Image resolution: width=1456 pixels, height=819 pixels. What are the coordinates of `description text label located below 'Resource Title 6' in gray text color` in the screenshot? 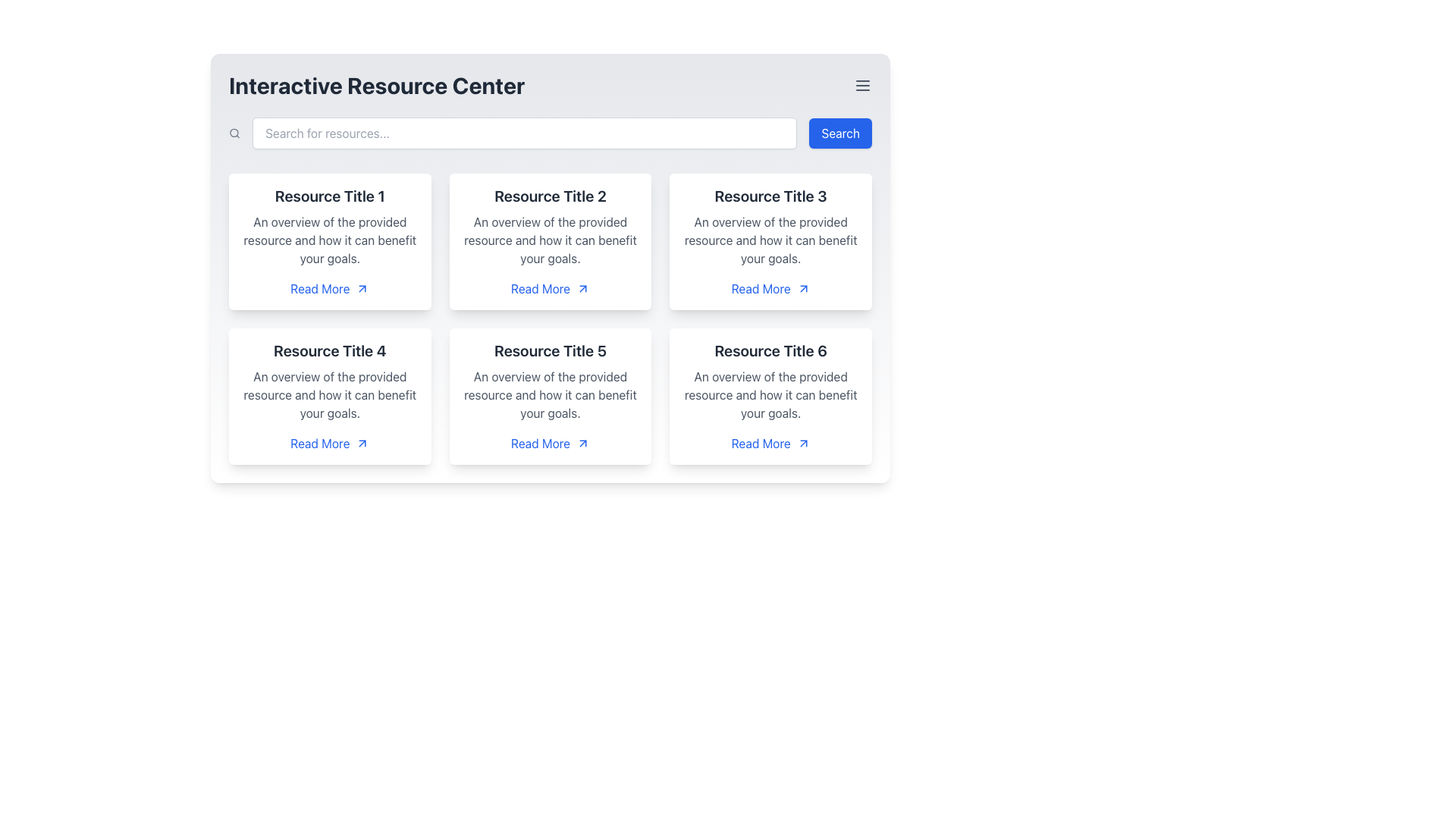 It's located at (770, 394).